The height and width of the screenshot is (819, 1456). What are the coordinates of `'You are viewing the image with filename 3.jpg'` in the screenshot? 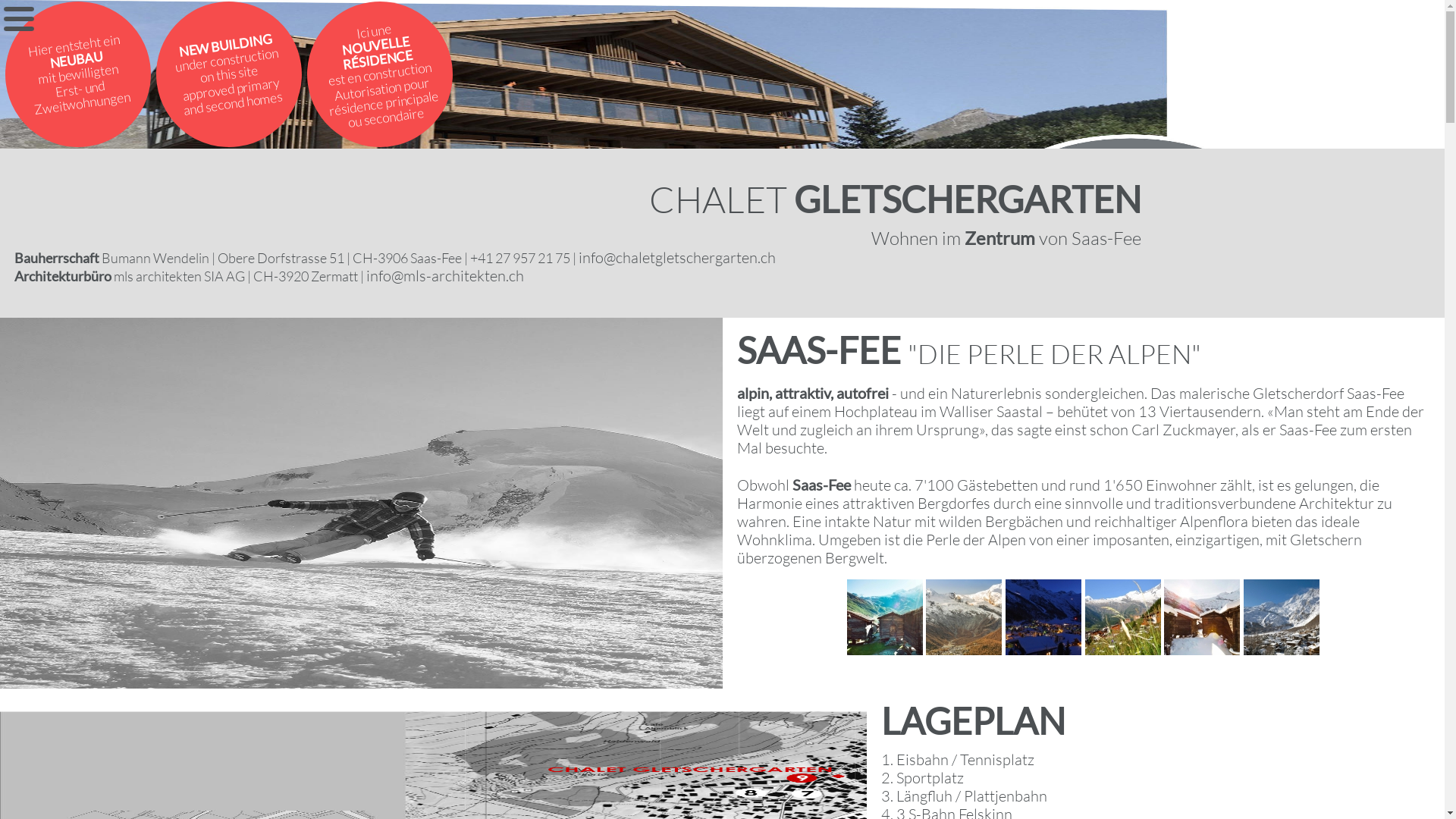 It's located at (1043, 617).